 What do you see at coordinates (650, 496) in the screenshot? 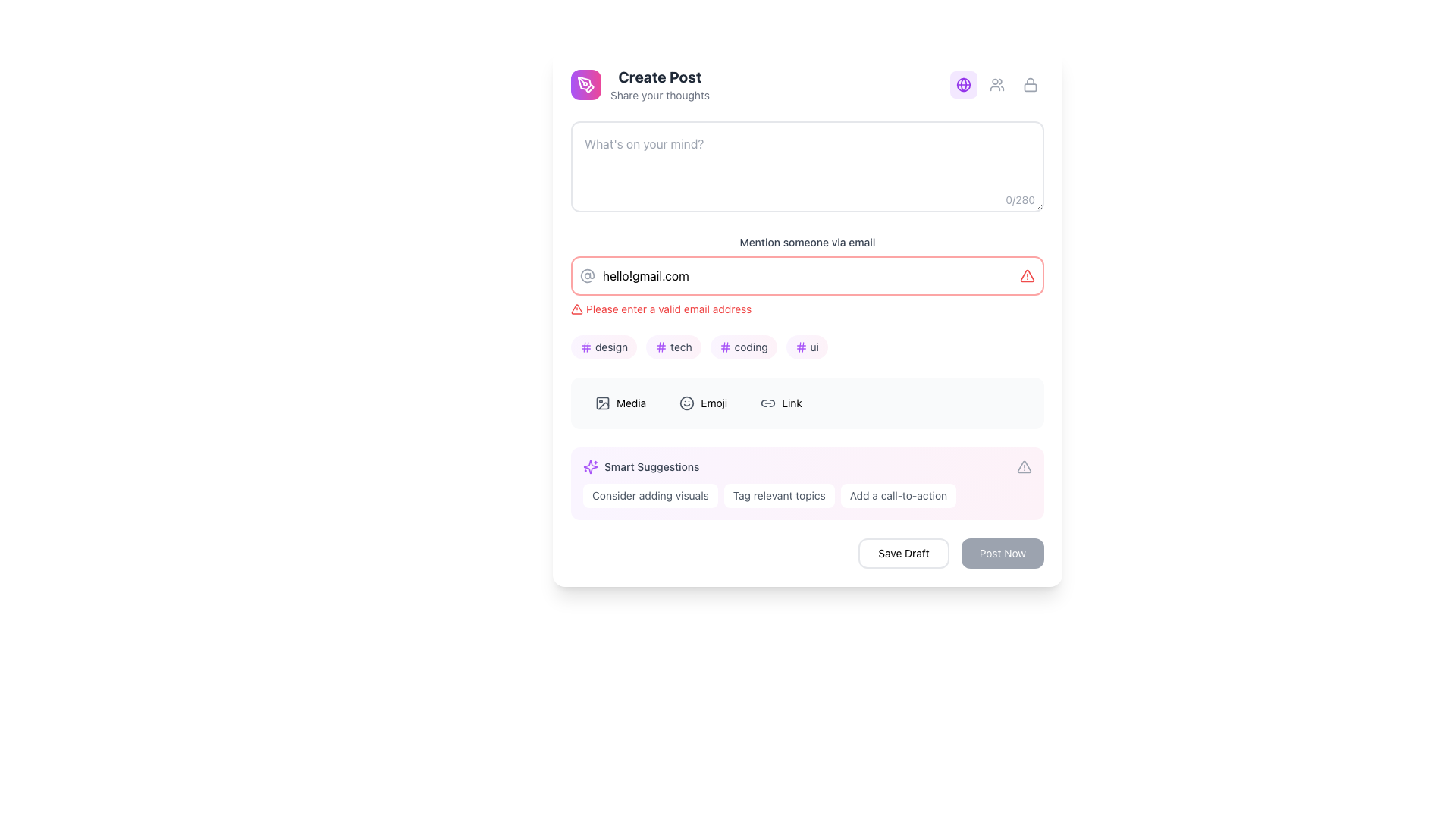
I see `the rectangular button labeled 'Consider adding visuals' with a small gray font located at the bottom of the form` at bounding box center [650, 496].